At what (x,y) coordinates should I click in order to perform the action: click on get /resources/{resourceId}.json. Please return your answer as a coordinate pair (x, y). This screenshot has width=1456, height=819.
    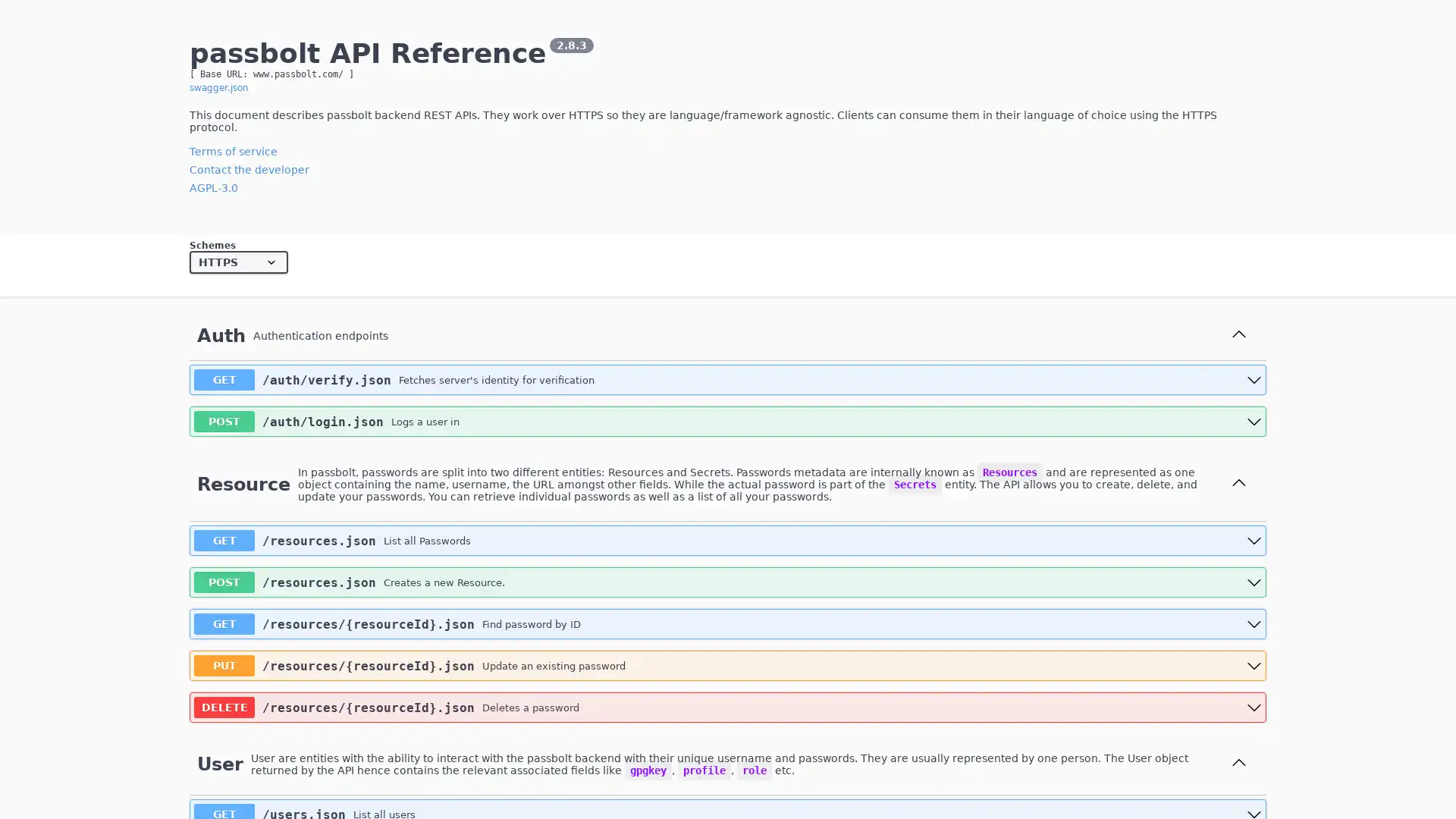
    Looking at the image, I should click on (728, 623).